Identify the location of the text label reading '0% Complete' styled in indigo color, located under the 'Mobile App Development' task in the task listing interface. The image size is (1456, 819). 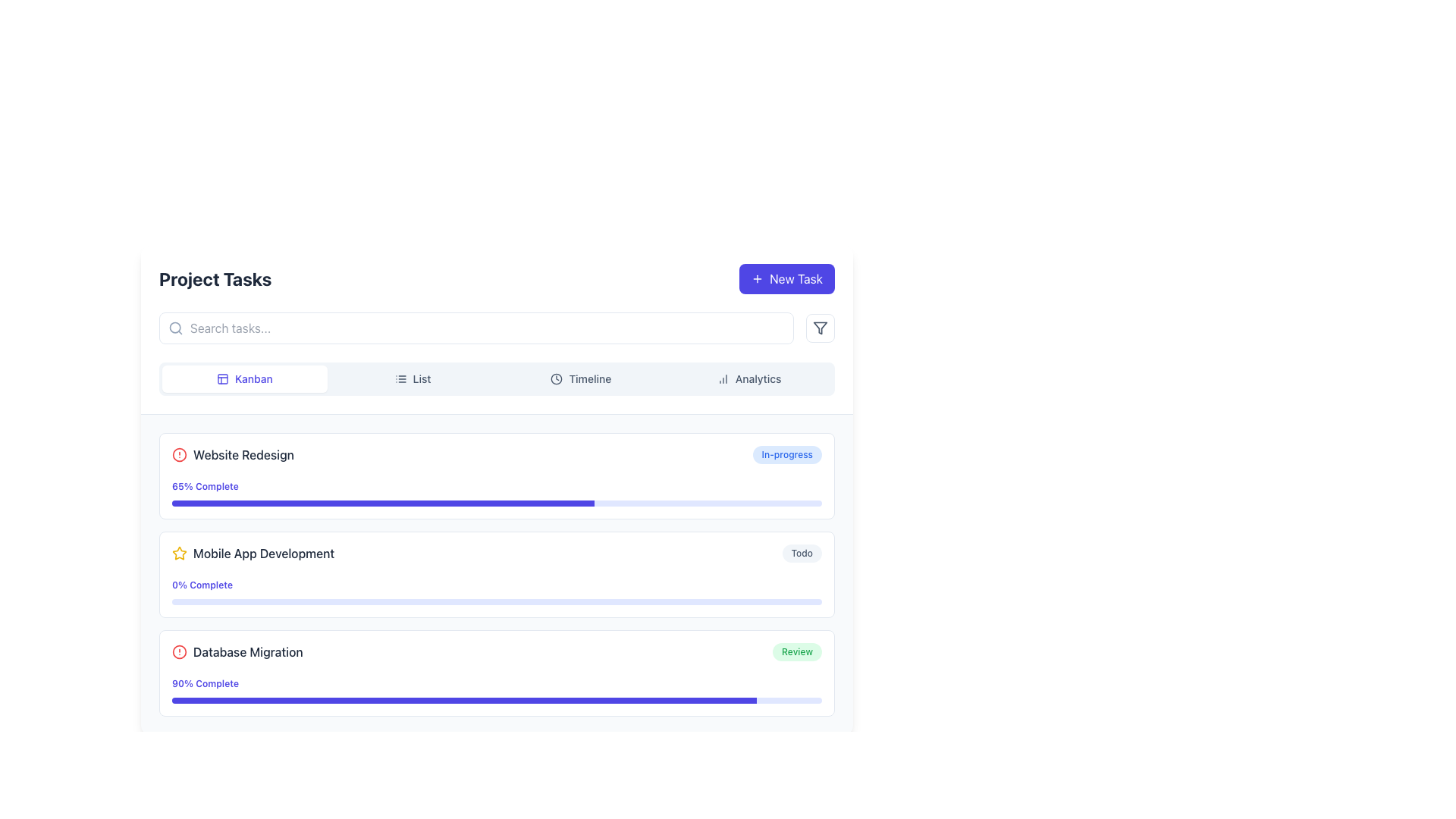
(202, 583).